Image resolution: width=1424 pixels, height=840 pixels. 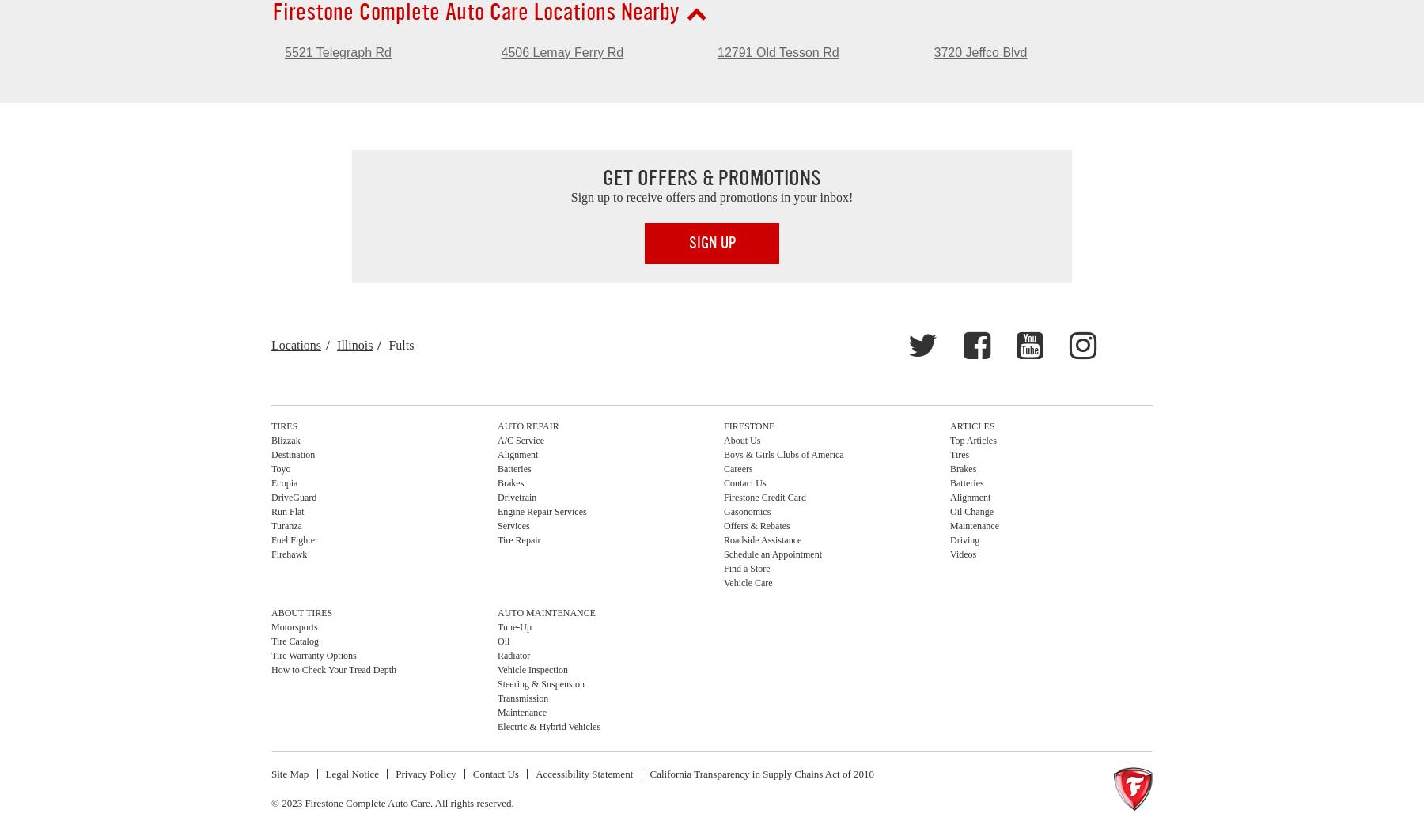 What do you see at coordinates (561, 52) in the screenshot?
I see `'4506 Lemay Ferry Rd'` at bounding box center [561, 52].